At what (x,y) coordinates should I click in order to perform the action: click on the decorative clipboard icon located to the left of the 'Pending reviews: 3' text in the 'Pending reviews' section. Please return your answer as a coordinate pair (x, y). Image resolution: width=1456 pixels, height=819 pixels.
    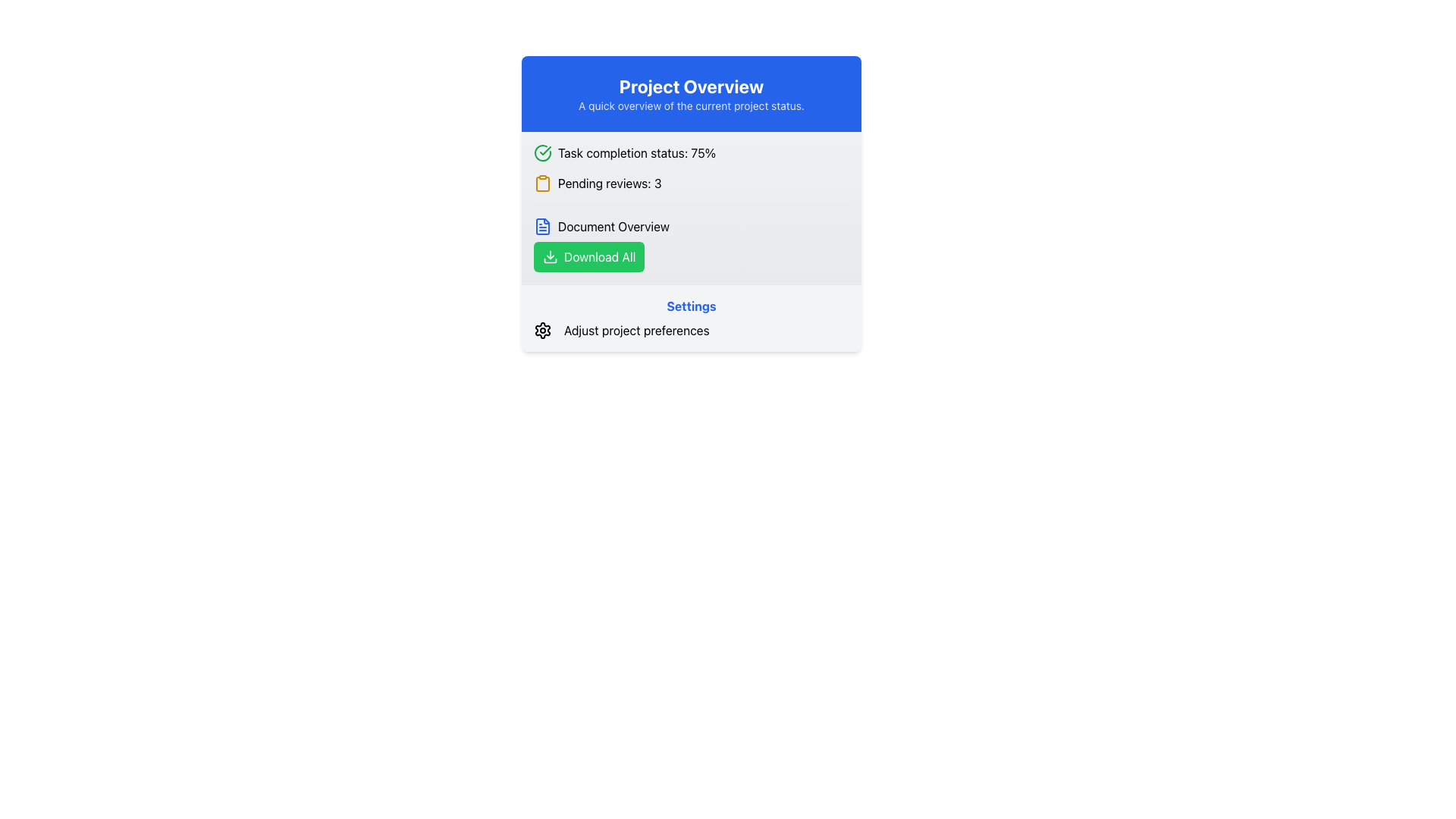
    Looking at the image, I should click on (542, 183).